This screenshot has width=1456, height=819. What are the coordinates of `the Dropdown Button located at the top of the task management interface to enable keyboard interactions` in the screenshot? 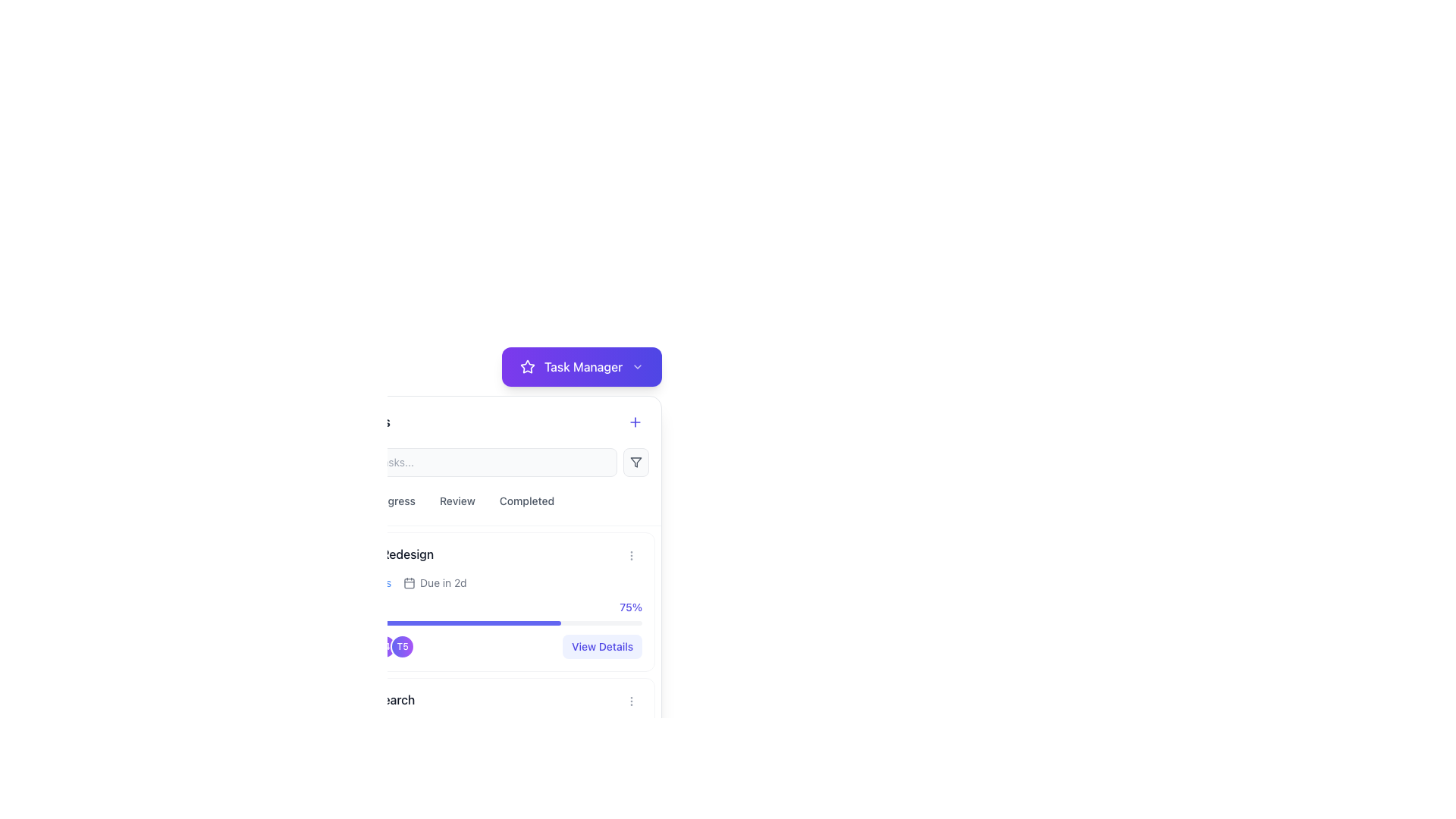 It's located at (581, 366).